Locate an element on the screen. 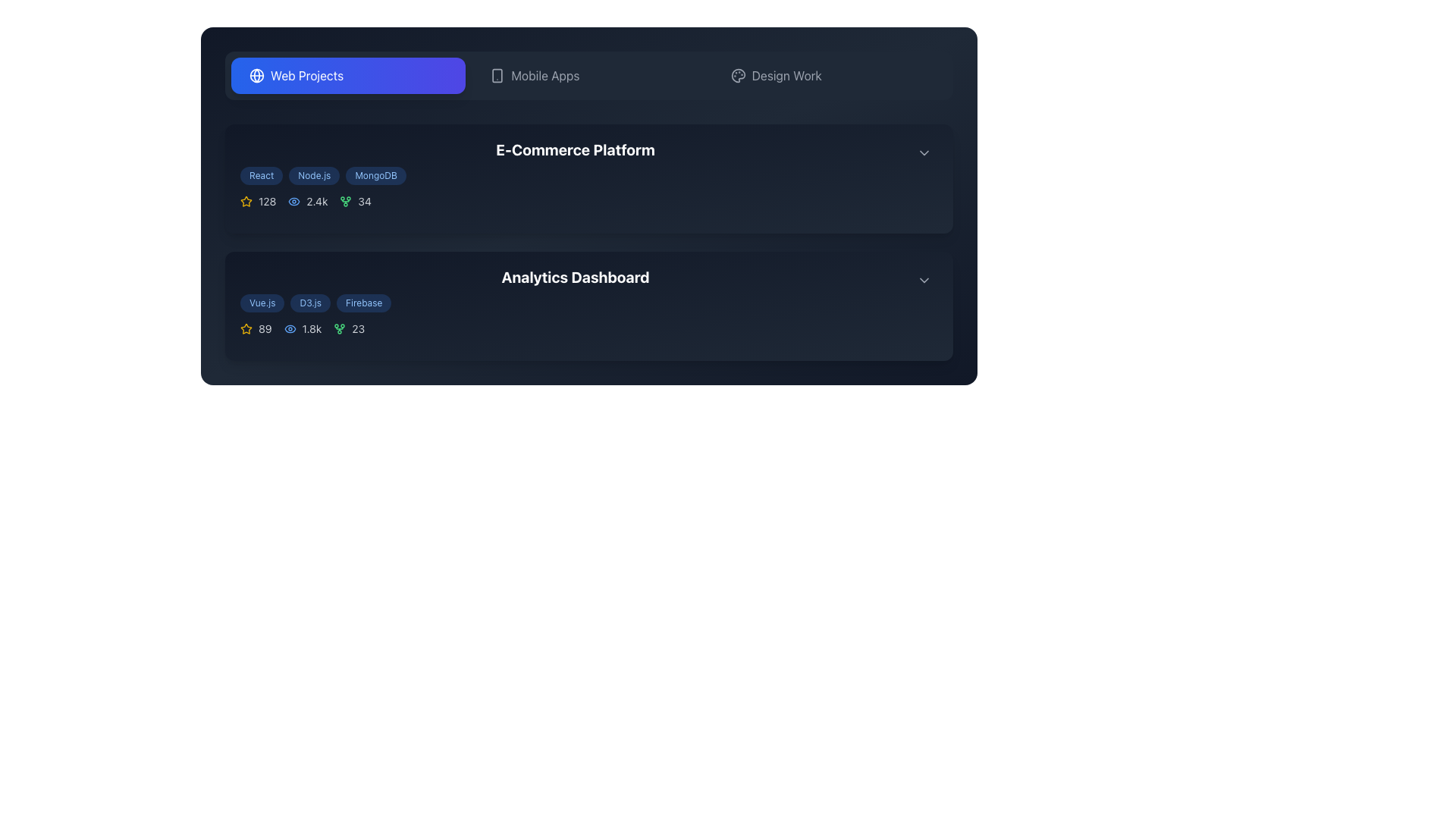 The image size is (1456, 819). the button labeled 'Mobile Apps' located in the middle of three buttons, between 'Web Projects' and 'Design Work' is located at coordinates (588, 76).